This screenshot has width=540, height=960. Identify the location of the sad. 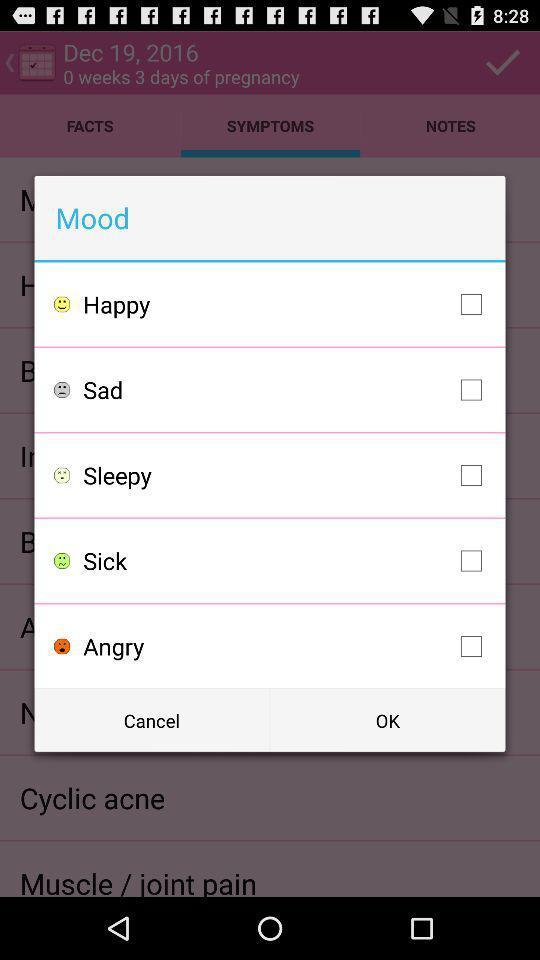
(286, 388).